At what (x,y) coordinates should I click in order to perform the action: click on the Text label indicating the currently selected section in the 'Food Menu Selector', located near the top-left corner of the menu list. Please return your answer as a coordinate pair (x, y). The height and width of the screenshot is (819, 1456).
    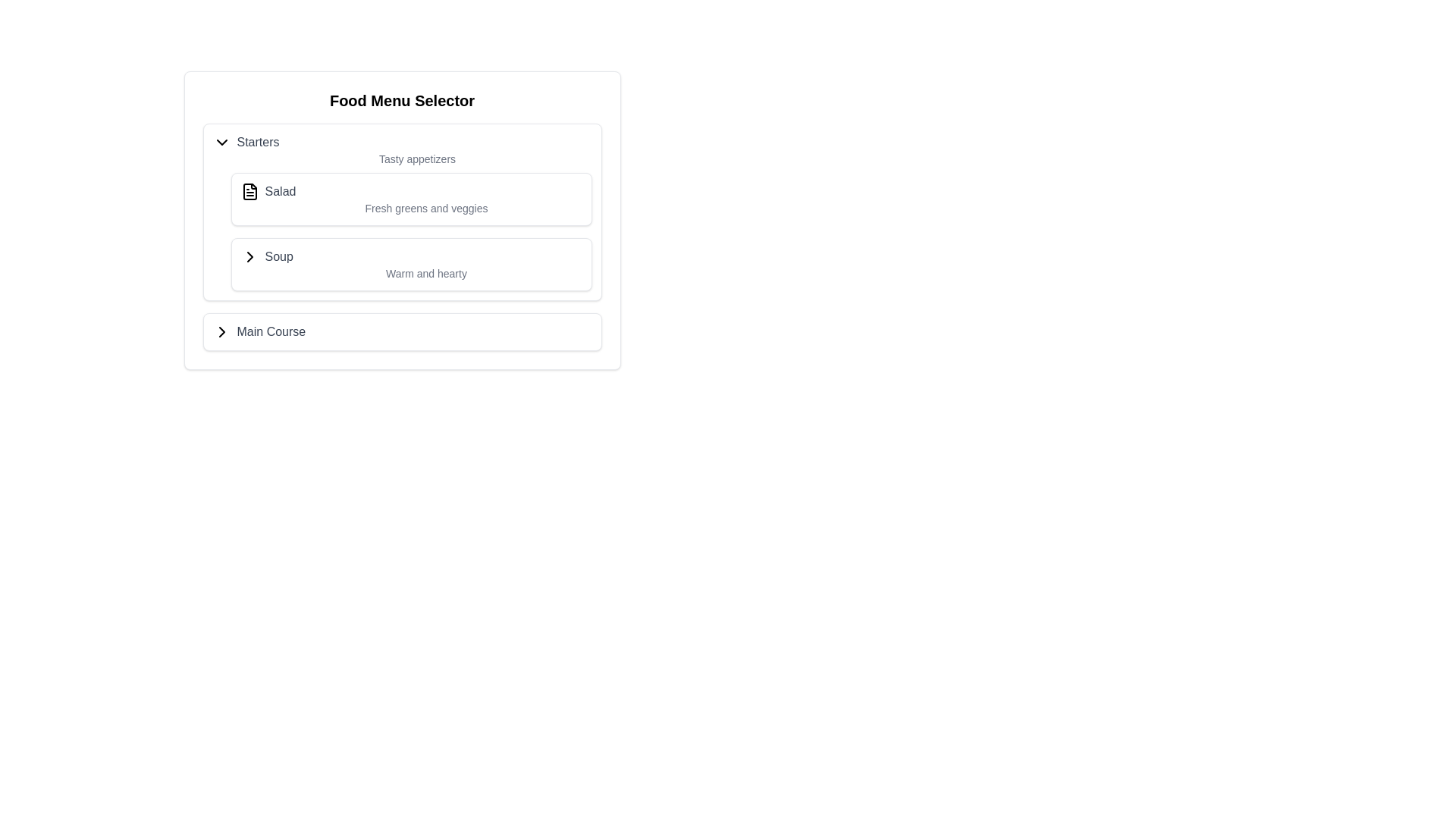
    Looking at the image, I should click on (258, 143).